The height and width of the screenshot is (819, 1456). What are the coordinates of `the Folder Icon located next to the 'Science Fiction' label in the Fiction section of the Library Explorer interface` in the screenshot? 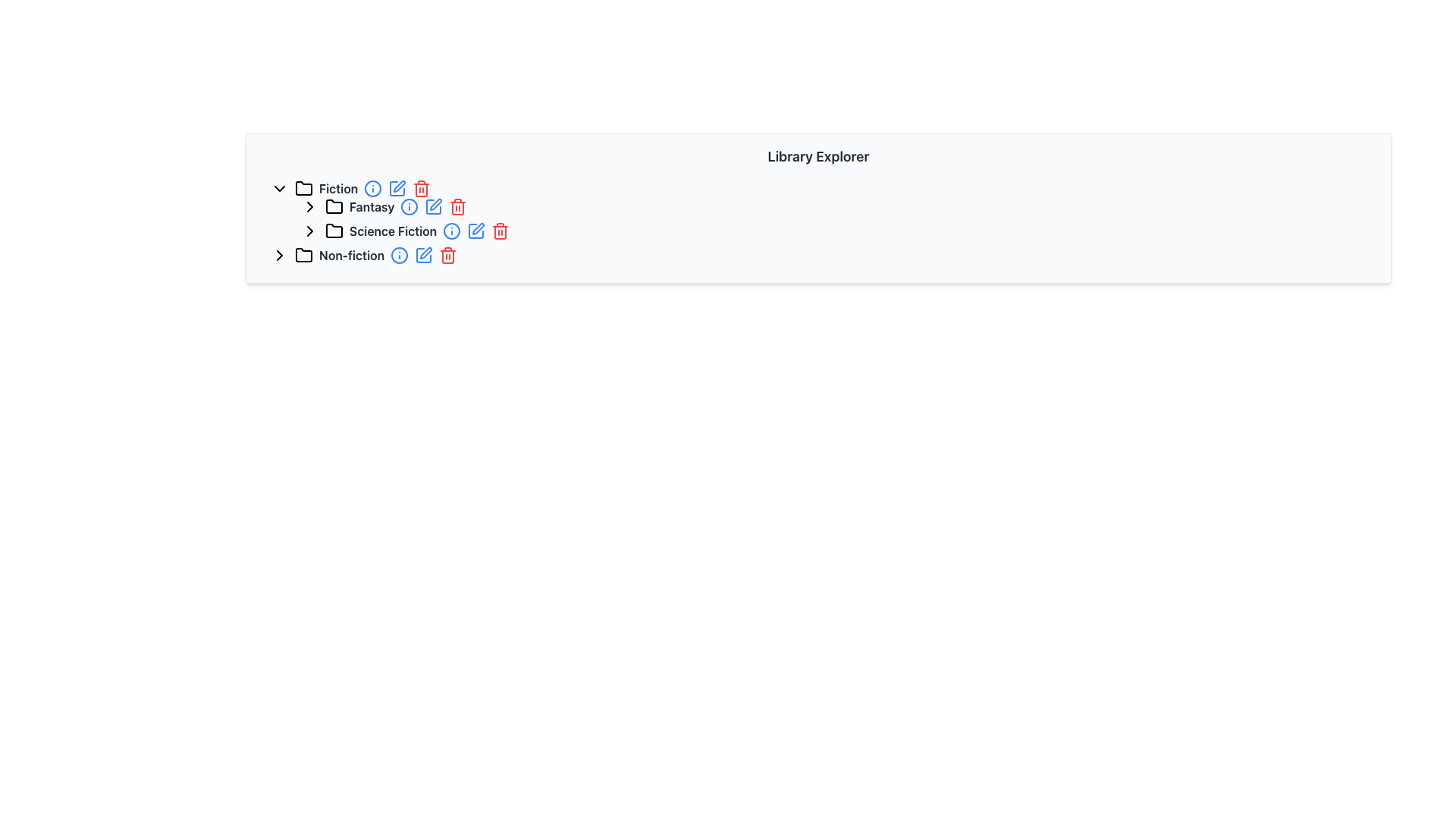 It's located at (334, 231).